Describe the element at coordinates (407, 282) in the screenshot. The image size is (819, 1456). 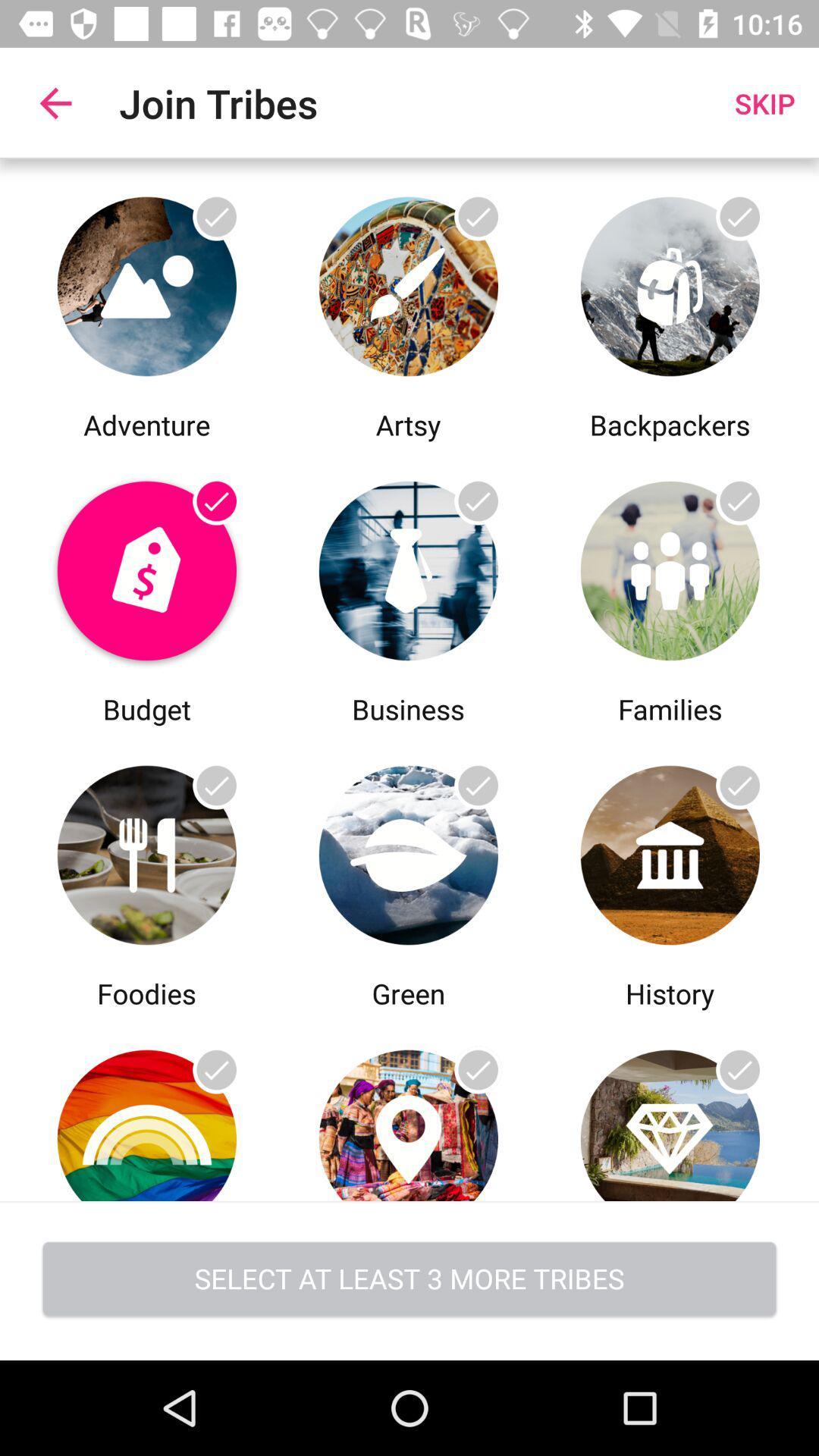
I see `click on the artsy option` at that location.